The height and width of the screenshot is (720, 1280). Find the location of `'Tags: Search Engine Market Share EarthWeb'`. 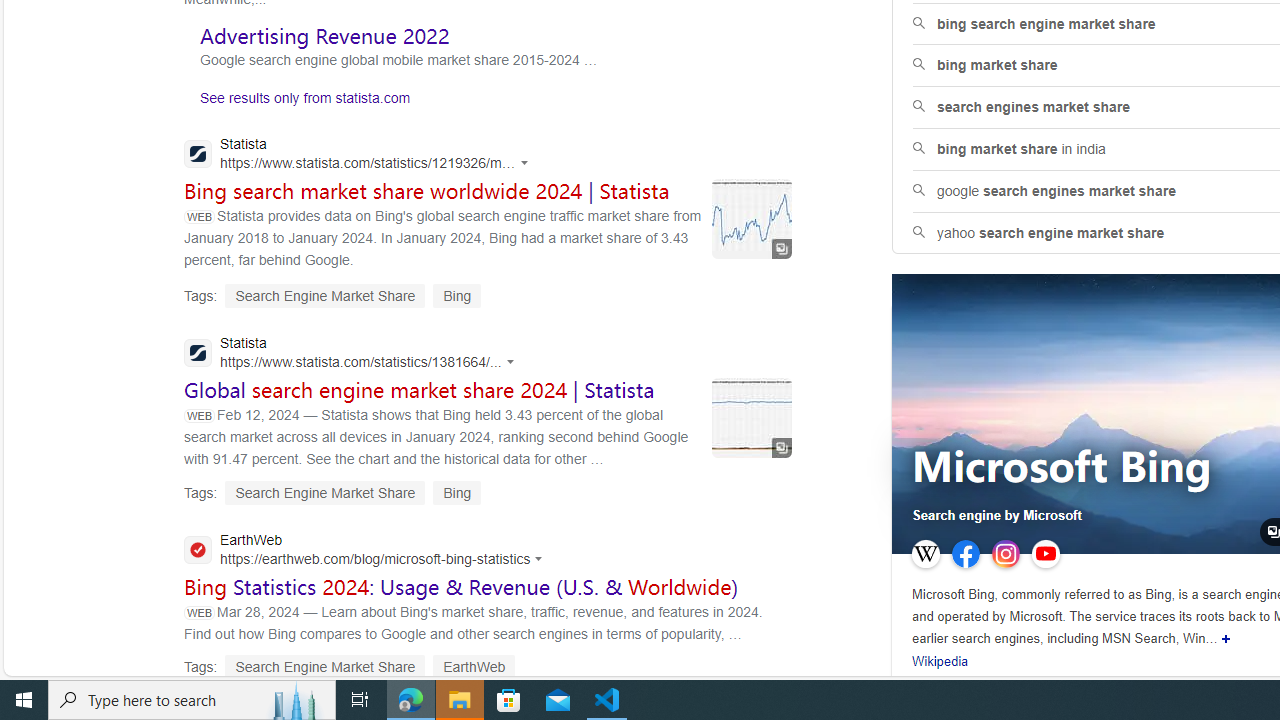

'Tags: Search Engine Market Share EarthWeb' is located at coordinates (350, 667).